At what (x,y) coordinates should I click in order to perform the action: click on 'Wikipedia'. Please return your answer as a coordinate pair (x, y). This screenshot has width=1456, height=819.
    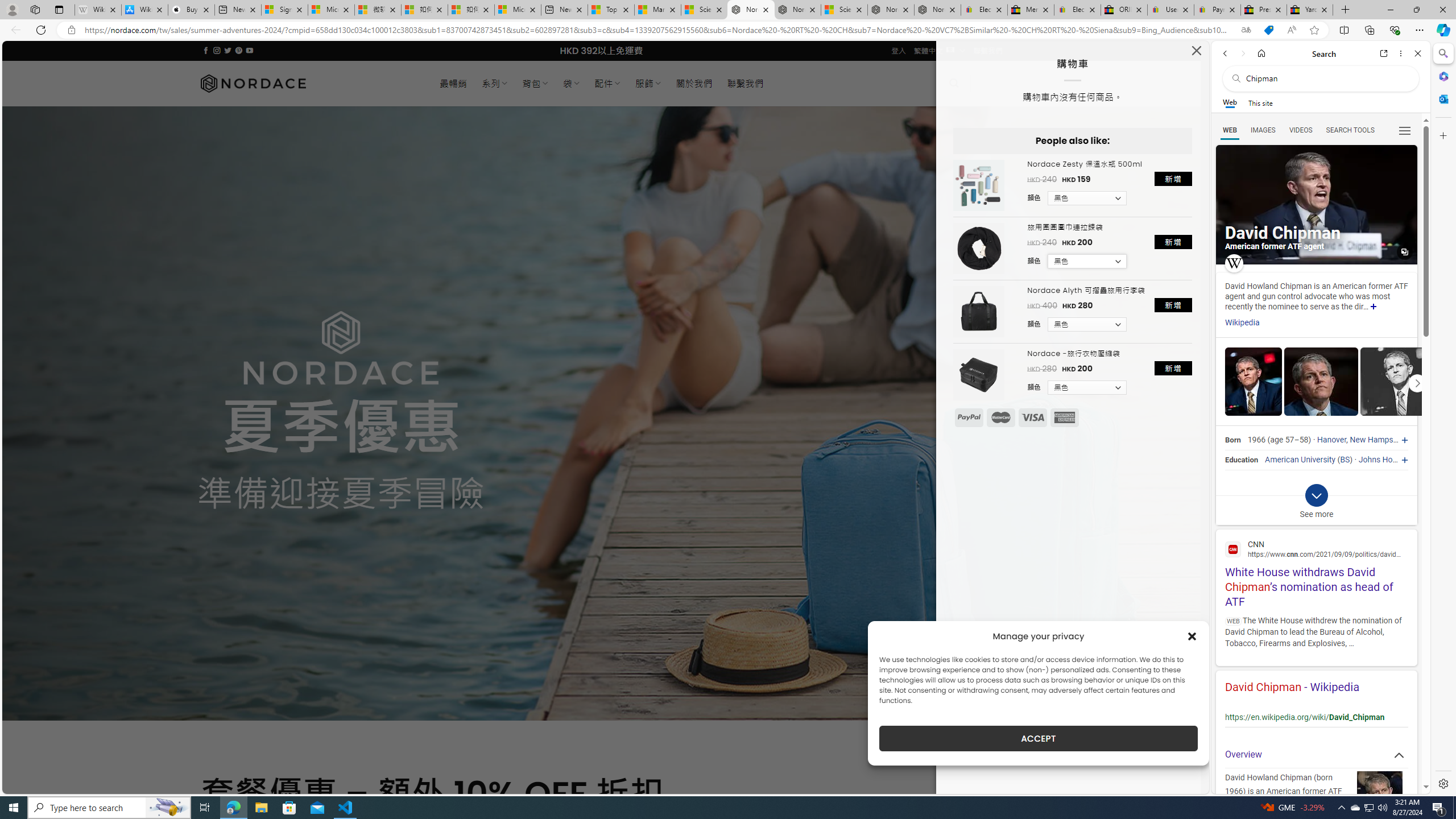
    Looking at the image, I should click on (1241, 322).